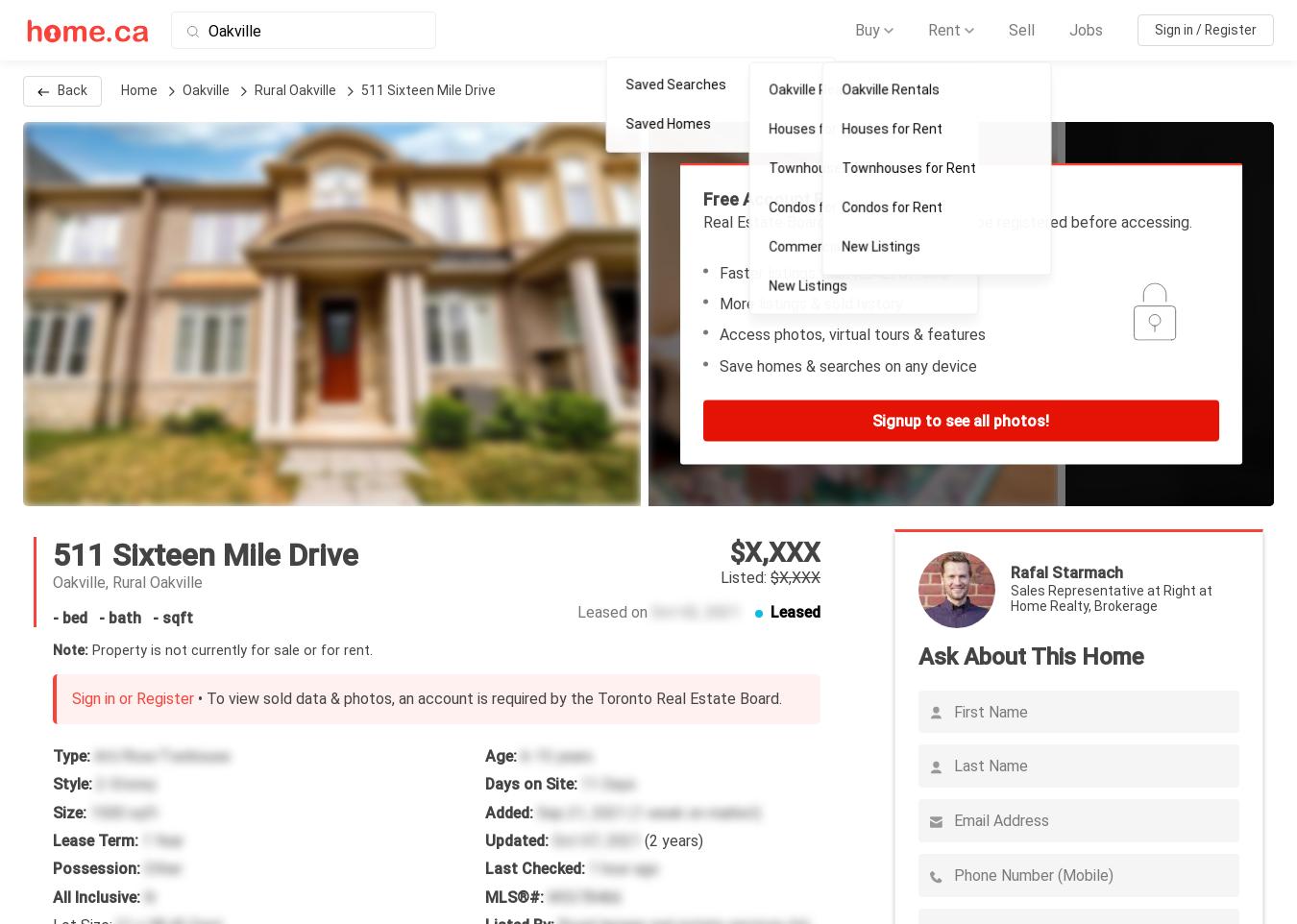  I want to click on 'Houses for Rent', so click(894, 130).